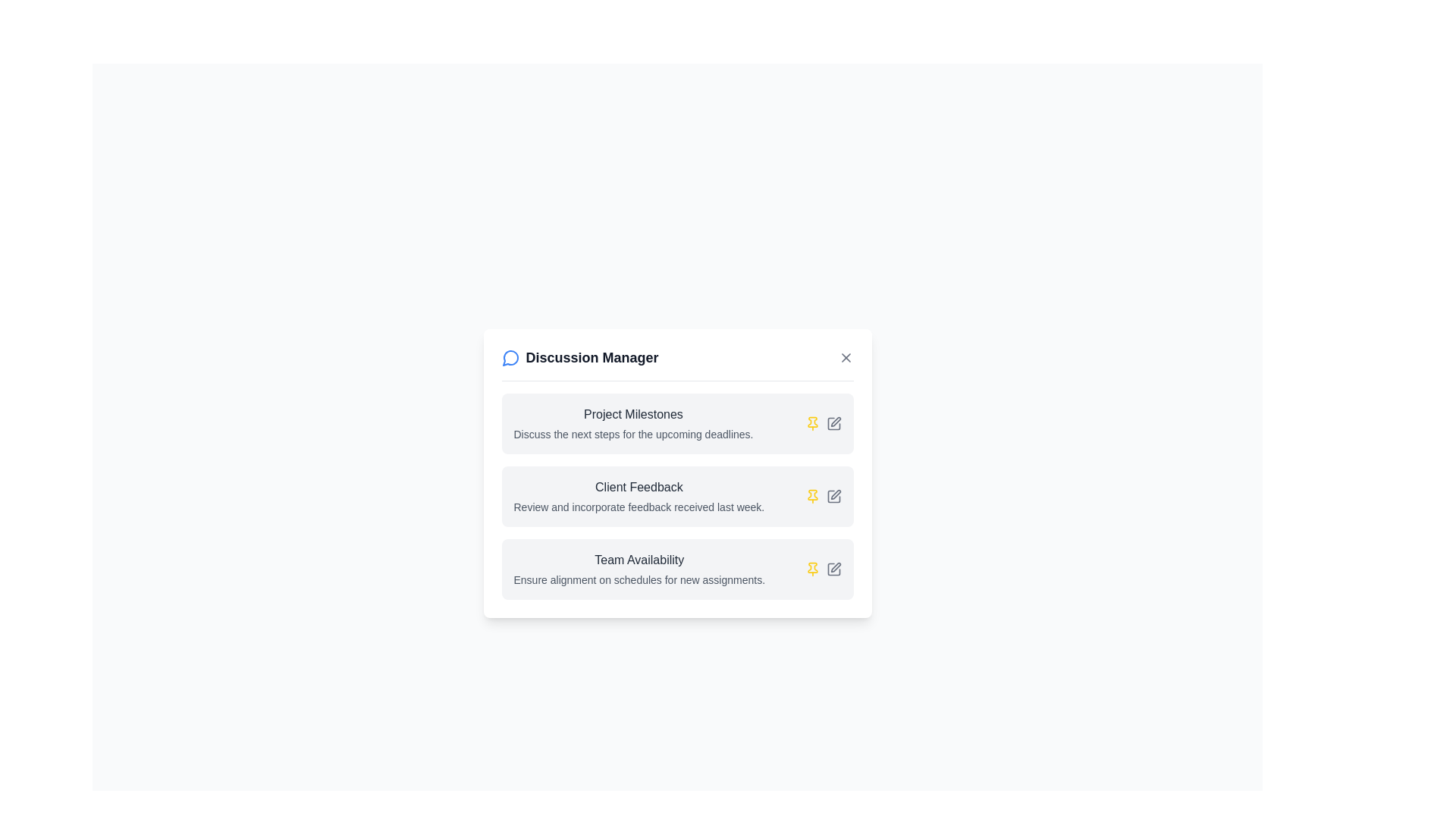  What do you see at coordinates (835, 494) in the screenshot?
I see `the pencil icon in the 'Client Feedback' section of the 'Discussion Manager' dialog box, which is styled with thin strokes and corners and turns blue on hover` at bounding box center [835, 494].